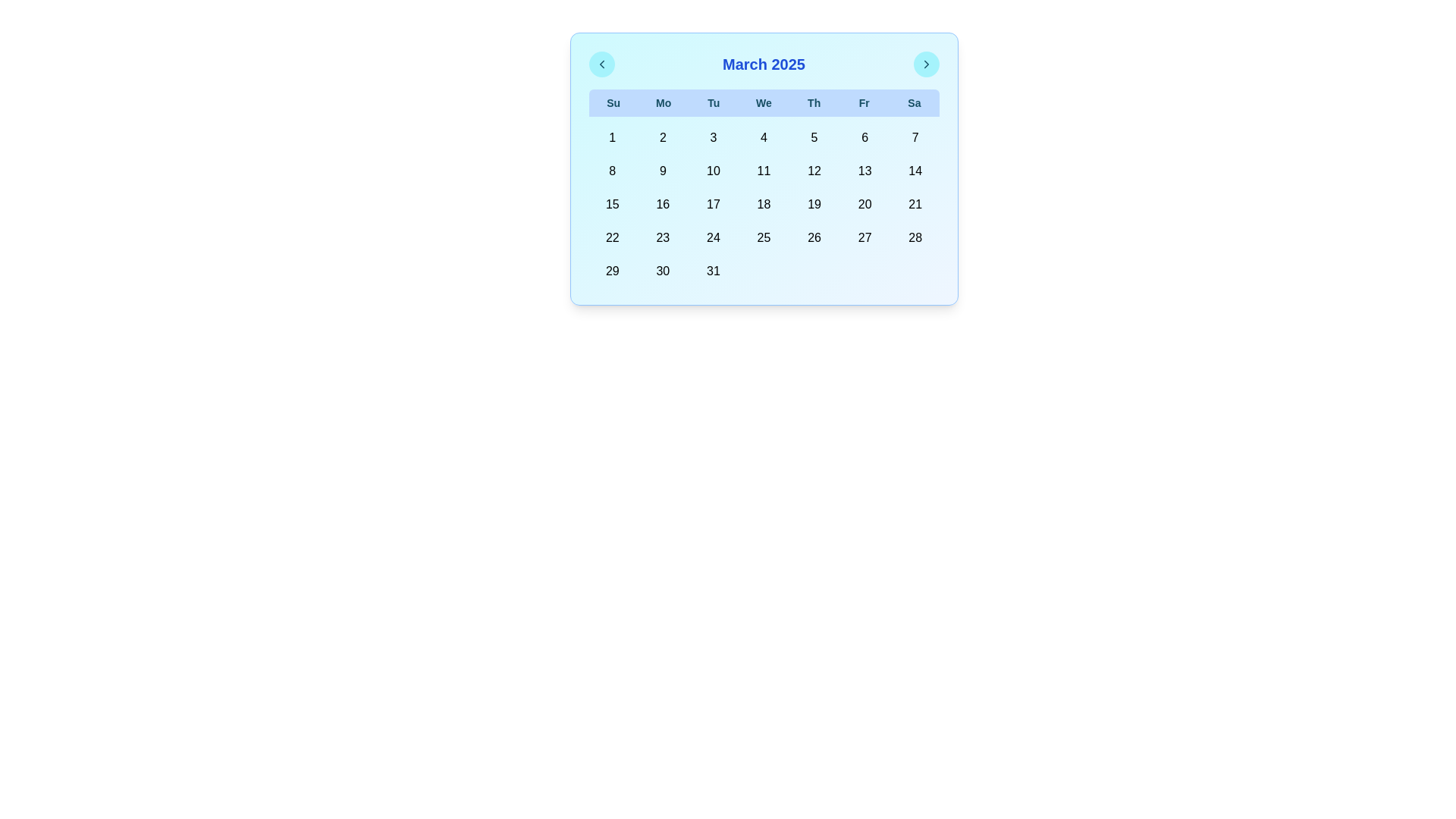 The image size is (1456, 819). What do you see at coordinates (664, 102) in the screenshot?
I see `the Day header label displaying 'Mo' in a calendar interface, which is styled in cyan-blue and positioned between 'Su' and 'Tu'` at bounding box center [664, 102].